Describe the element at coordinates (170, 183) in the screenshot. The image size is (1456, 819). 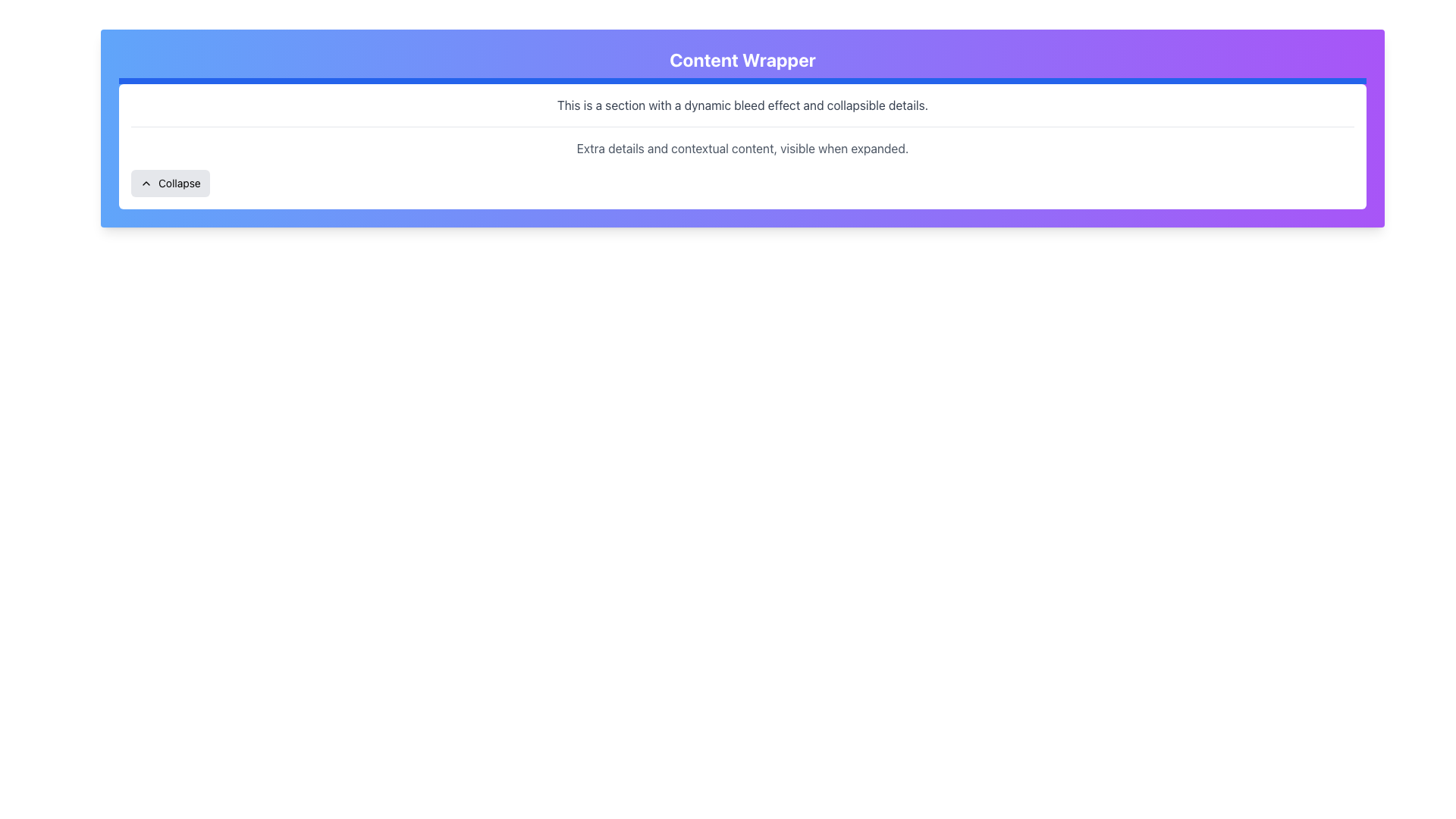
I see `the 'Collapse' button with light gray background and chevron-up icon` at that location.